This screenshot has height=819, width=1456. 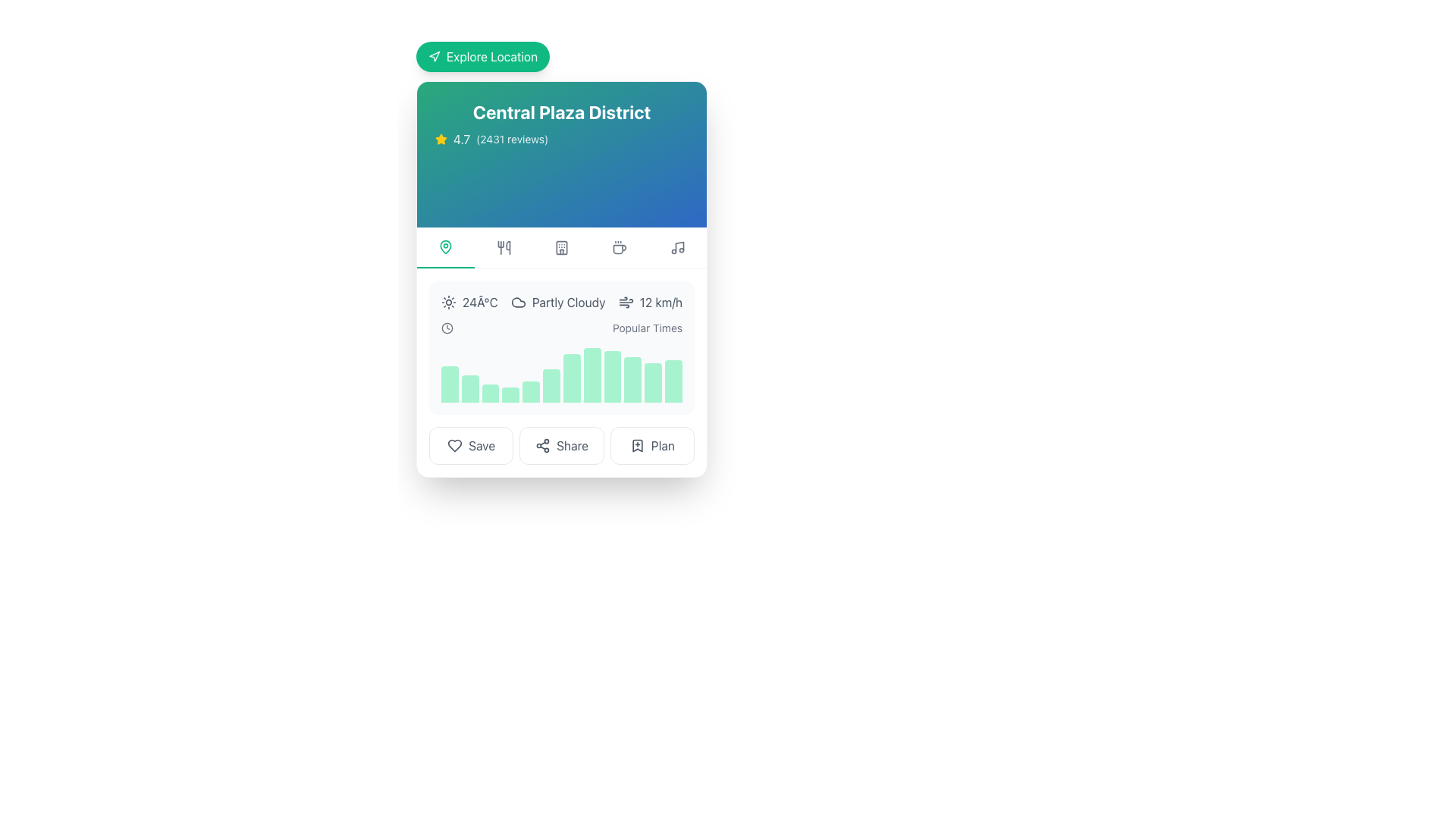 I want to click on the interactive musical note icon located at the top section of the 'Central Plaza District' card, so click(x=676, y=247).